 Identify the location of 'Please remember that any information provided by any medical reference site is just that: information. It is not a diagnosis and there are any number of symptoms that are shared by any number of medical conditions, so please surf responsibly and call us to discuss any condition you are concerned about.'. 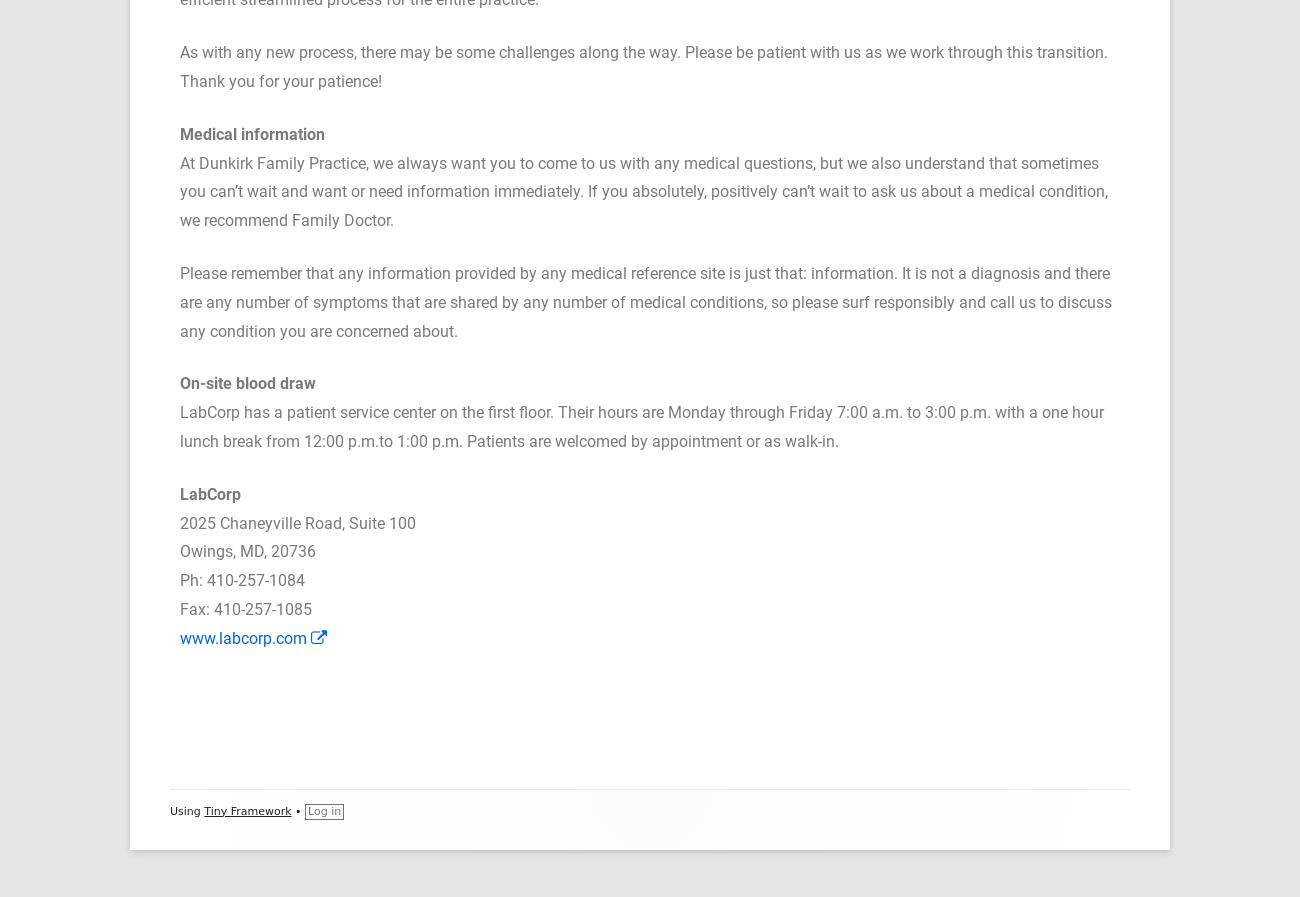
(645, 301).